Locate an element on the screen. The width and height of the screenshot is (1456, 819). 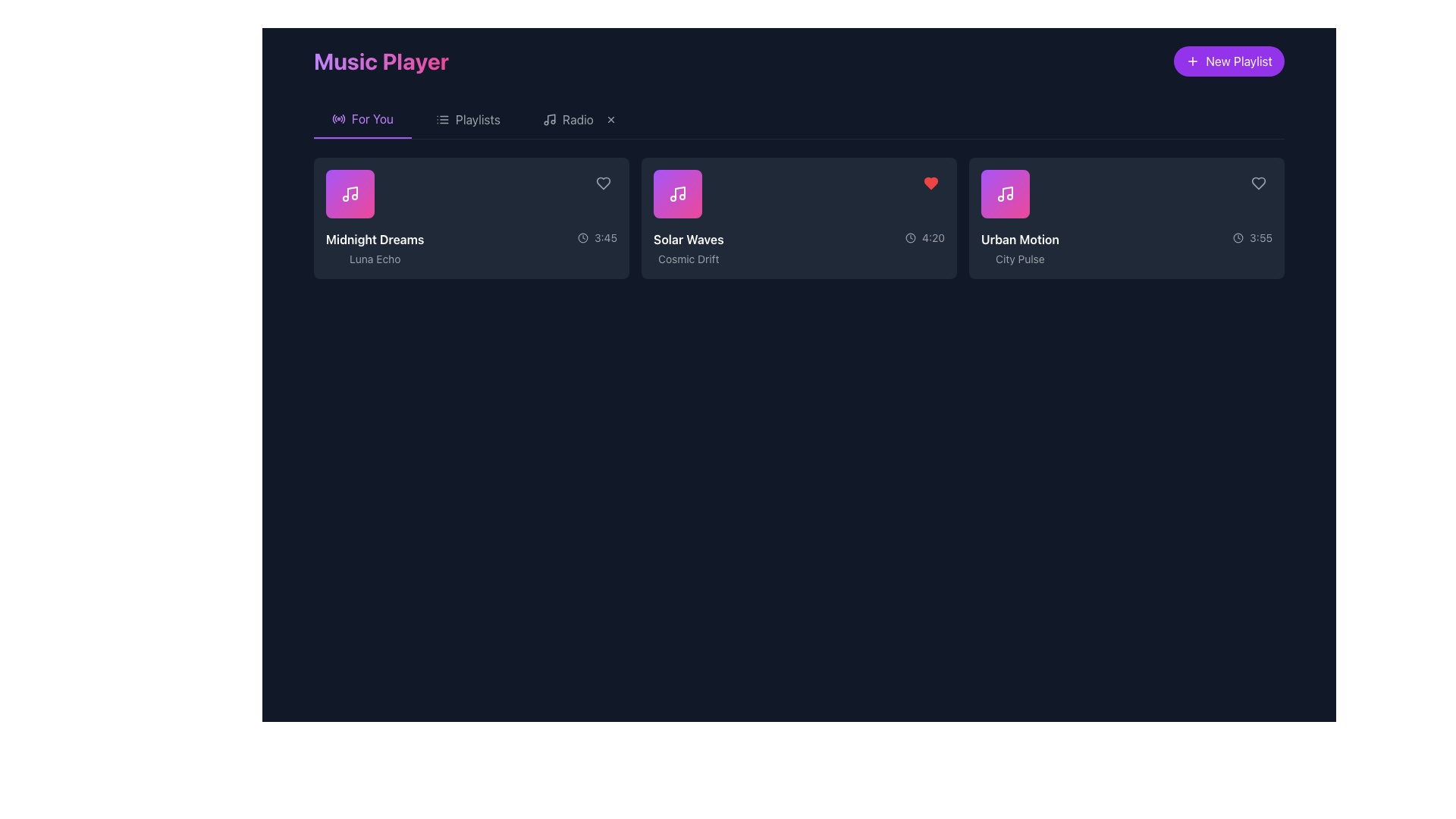
the text and clock icon combination displaying '3:55', located in the bottom-right corner of the 'Urban Motion' card, adjacent to the subtitle 'City Pulse' is located at coordinates (1252, 237).